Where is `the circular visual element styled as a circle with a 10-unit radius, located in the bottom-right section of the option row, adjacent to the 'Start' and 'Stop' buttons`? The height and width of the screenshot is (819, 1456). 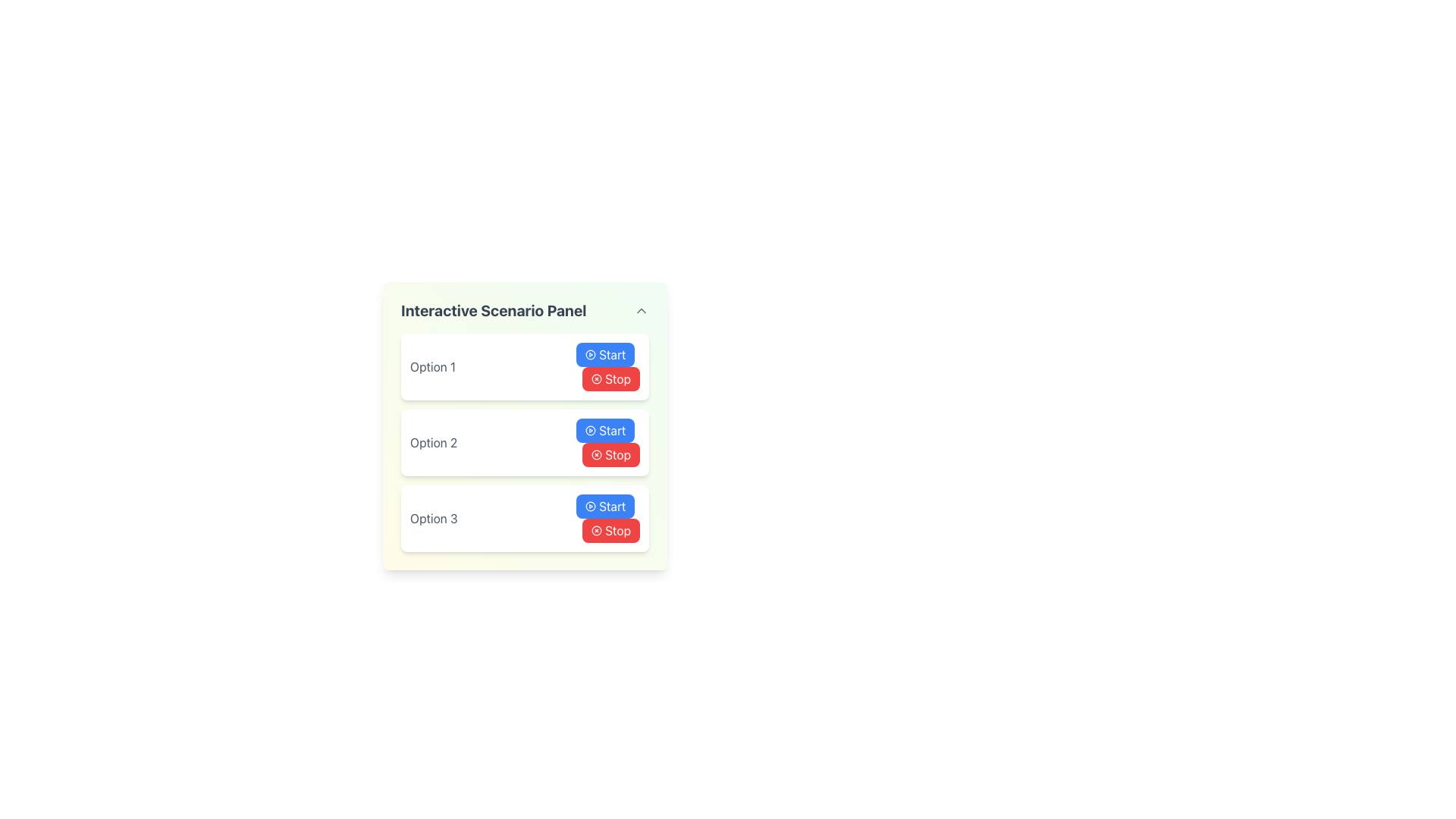
the circular visual element styled as a circle with a 10-unit radius, located in the bottom-right section of the option row, adjacent to the 'Start' and 'Stop' buttons is located at coordinates (590, 430).